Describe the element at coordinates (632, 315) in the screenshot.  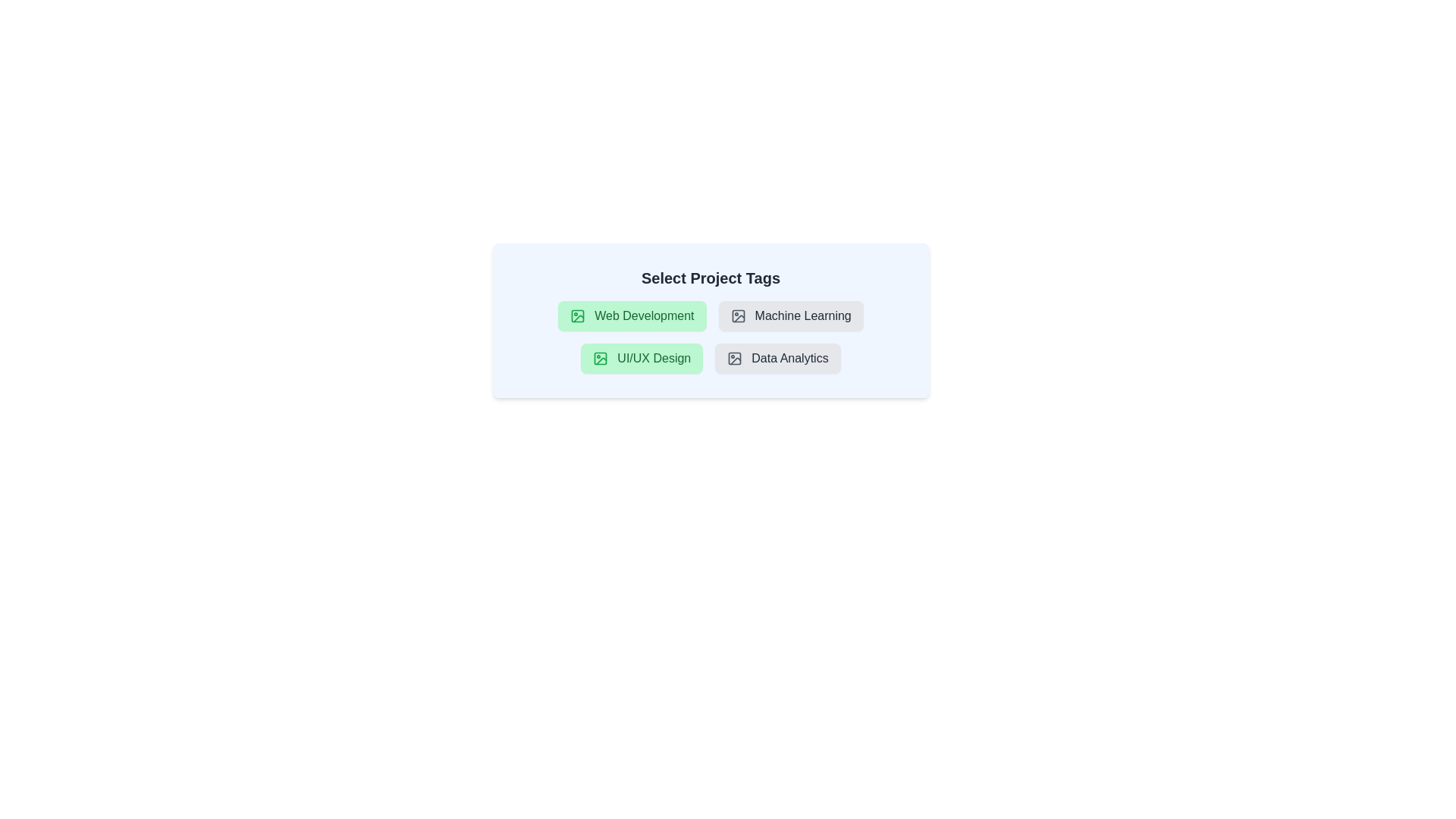
I see `the tag labeled 'Web Development' to observe the hover effect` at that location.